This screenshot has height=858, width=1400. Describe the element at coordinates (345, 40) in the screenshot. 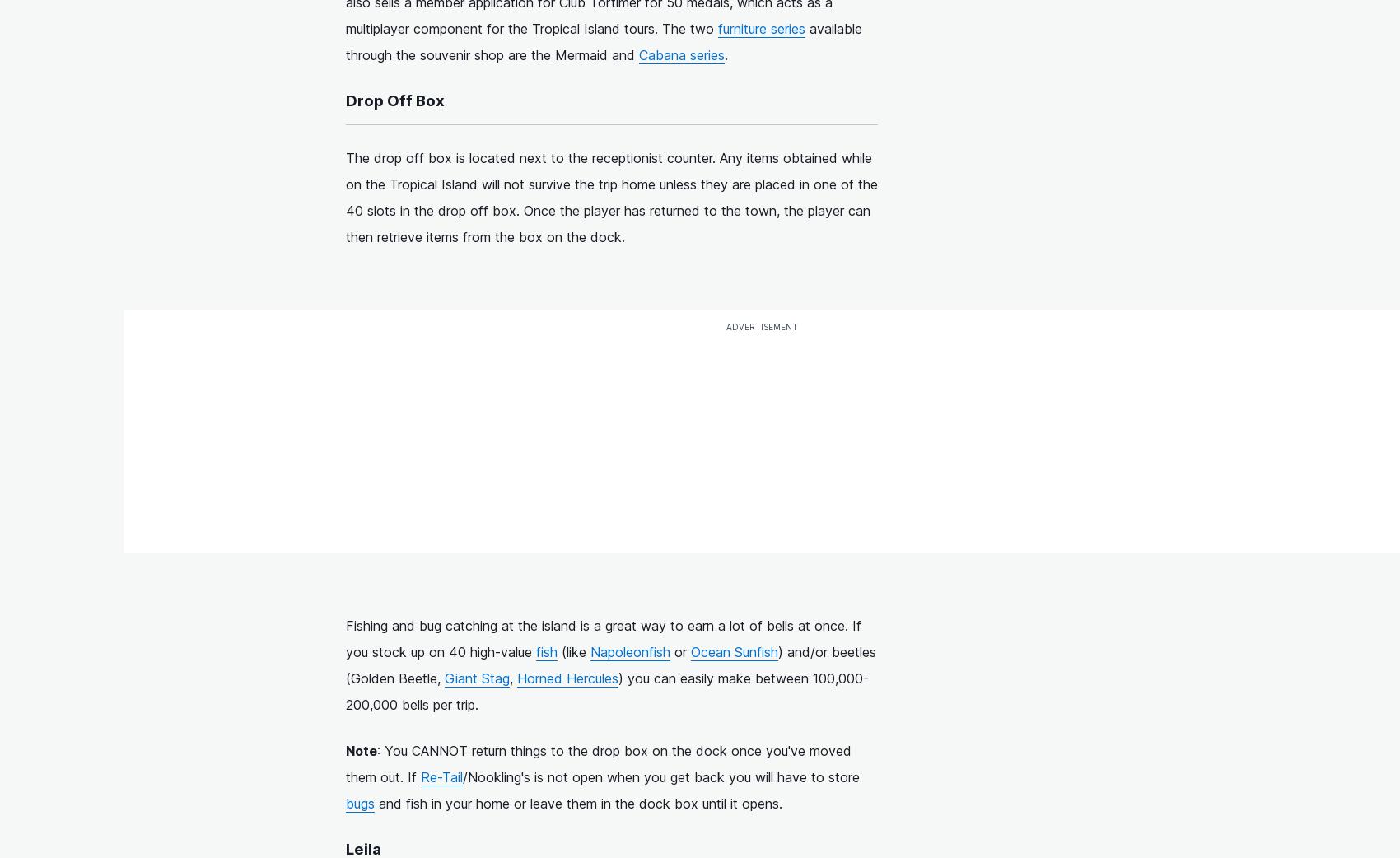

I see `'available through the souvenir shop are the Mermaid and'` at that location.